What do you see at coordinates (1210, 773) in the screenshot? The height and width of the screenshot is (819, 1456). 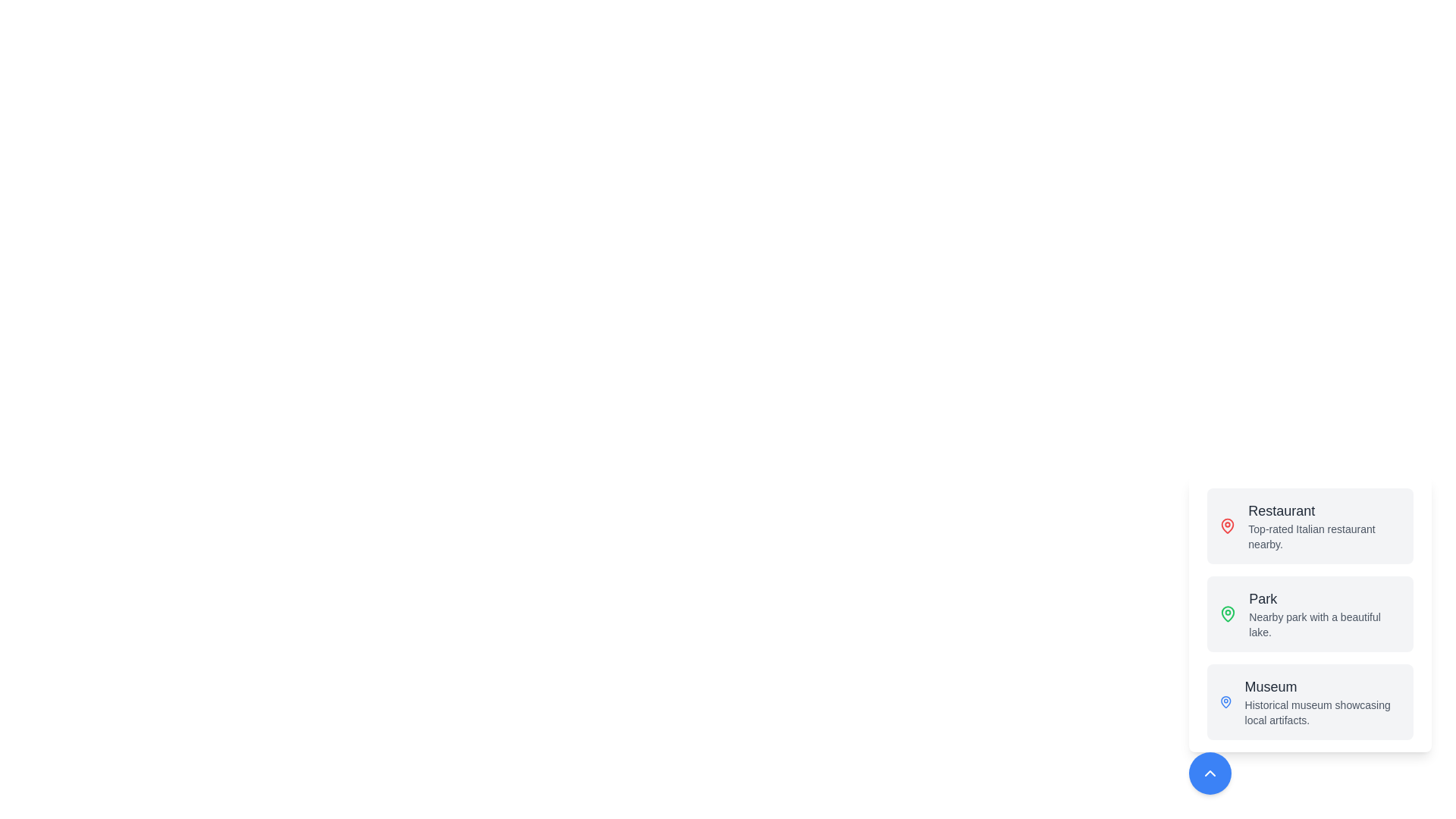 I see `toggle button at the bottom-right corner to expand or collapse the speed dial menu` at bounding box center [1210, 773].